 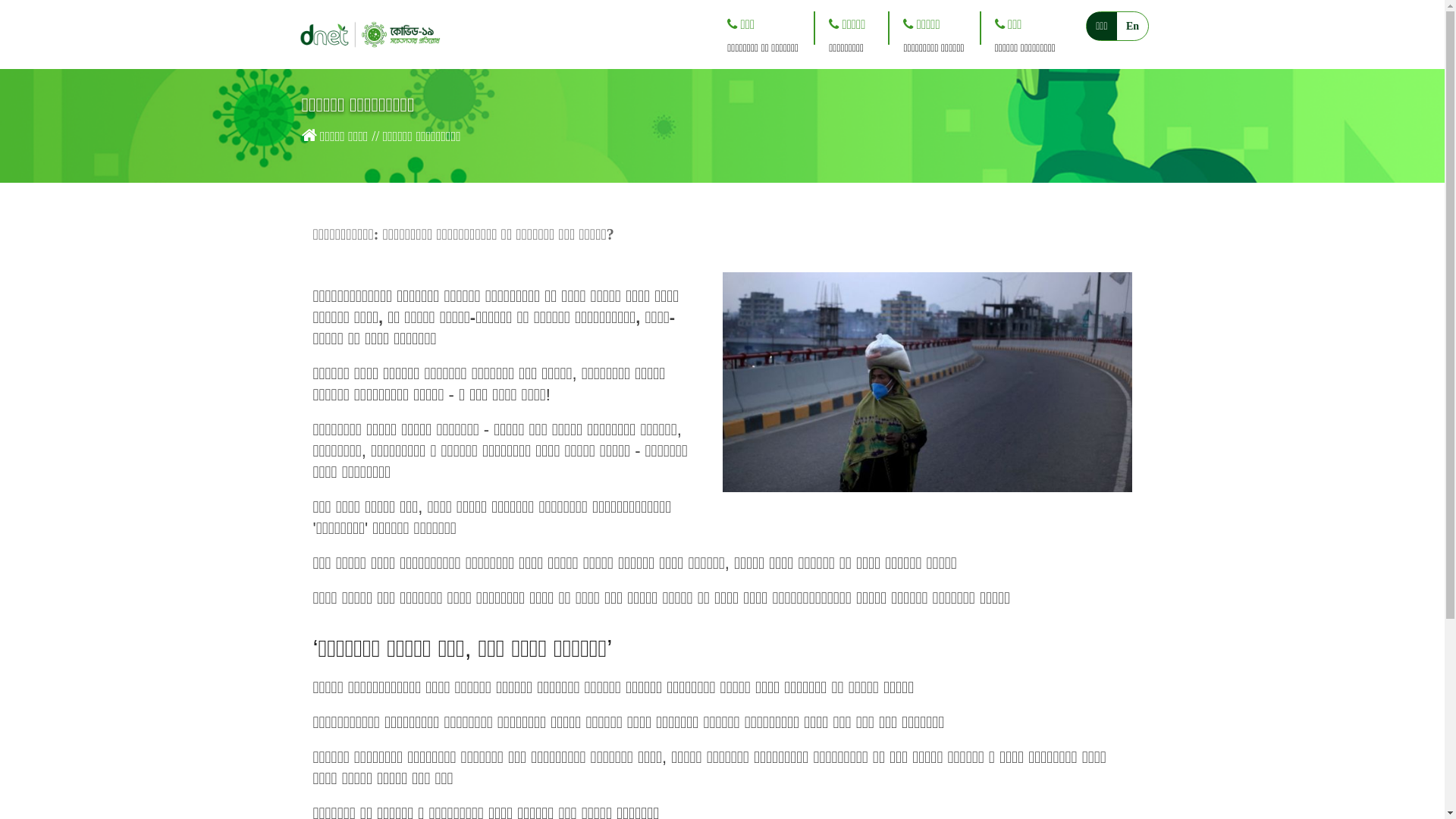 What do you see at coordinates (1132, 26) in the screenshot?
I see `'En'` at bounding box center [1132, 26].